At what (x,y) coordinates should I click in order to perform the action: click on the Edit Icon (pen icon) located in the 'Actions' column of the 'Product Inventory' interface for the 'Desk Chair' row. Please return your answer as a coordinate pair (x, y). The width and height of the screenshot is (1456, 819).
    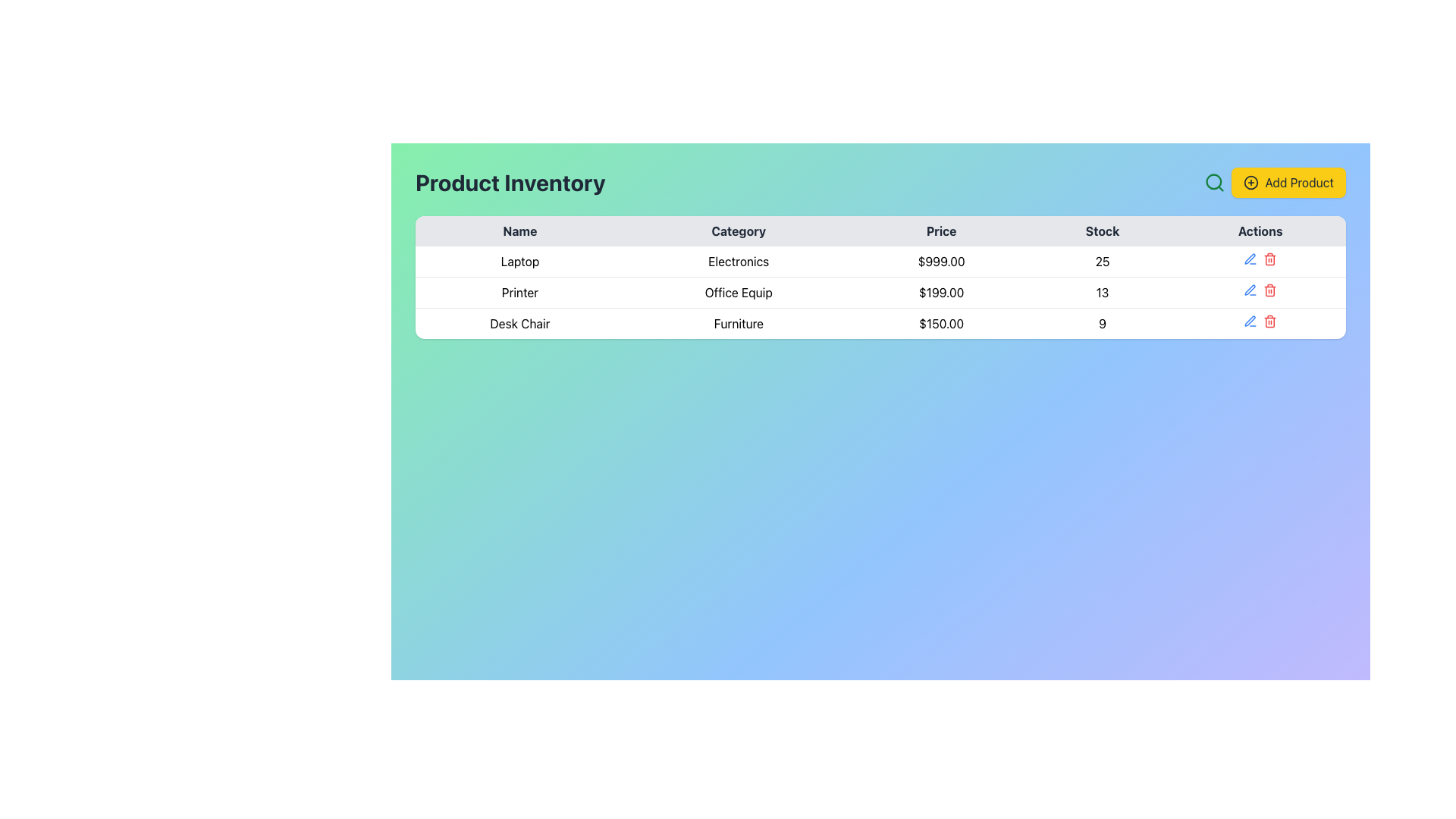
    Looking at the image, I should click on (1250, 290).